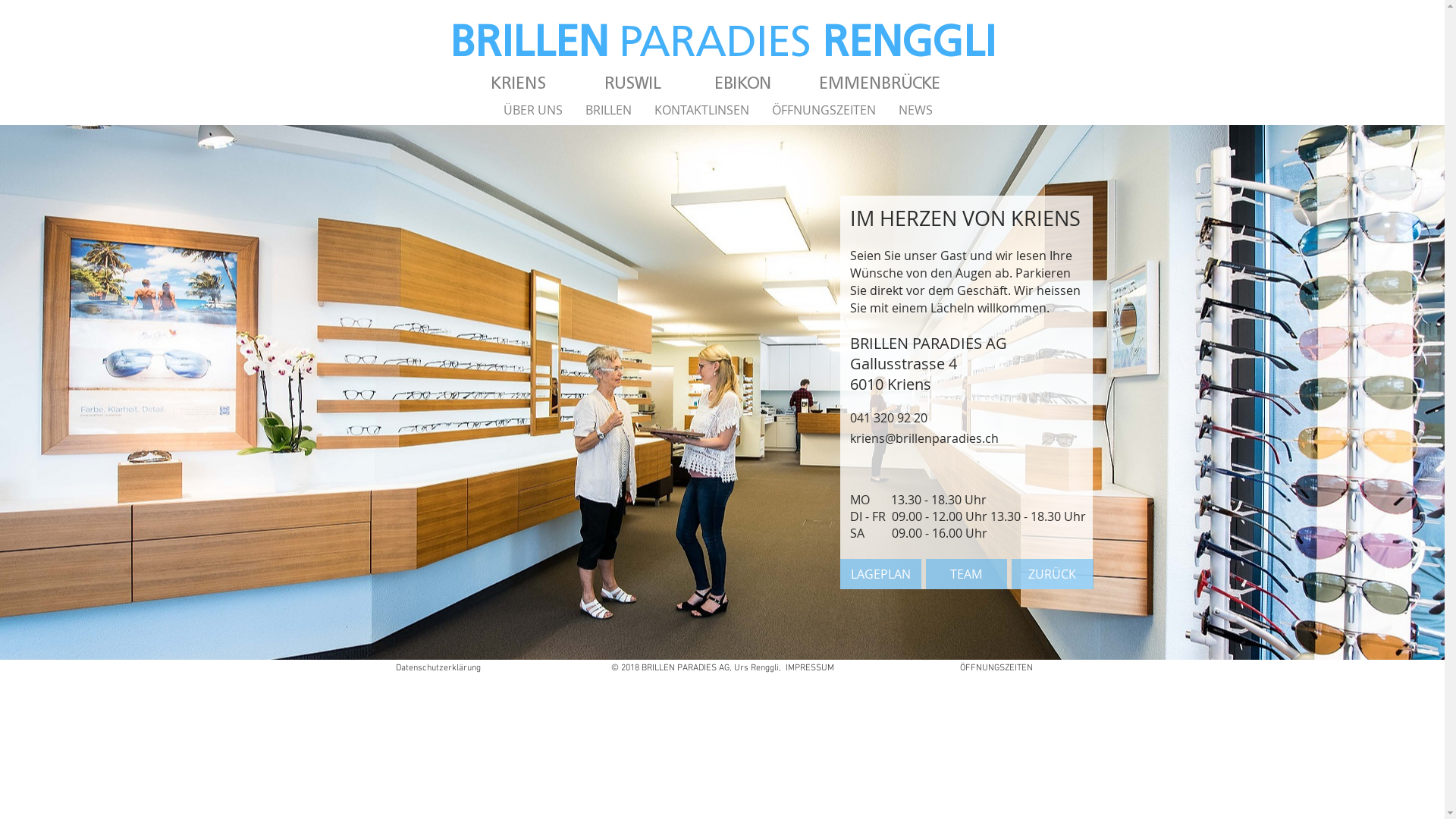 This screenshot has width=1456, height=819. Describe the element at coordinates (923, 437) in the screenshot. I see `'kriens@brillenparadies.ch'` at that location.